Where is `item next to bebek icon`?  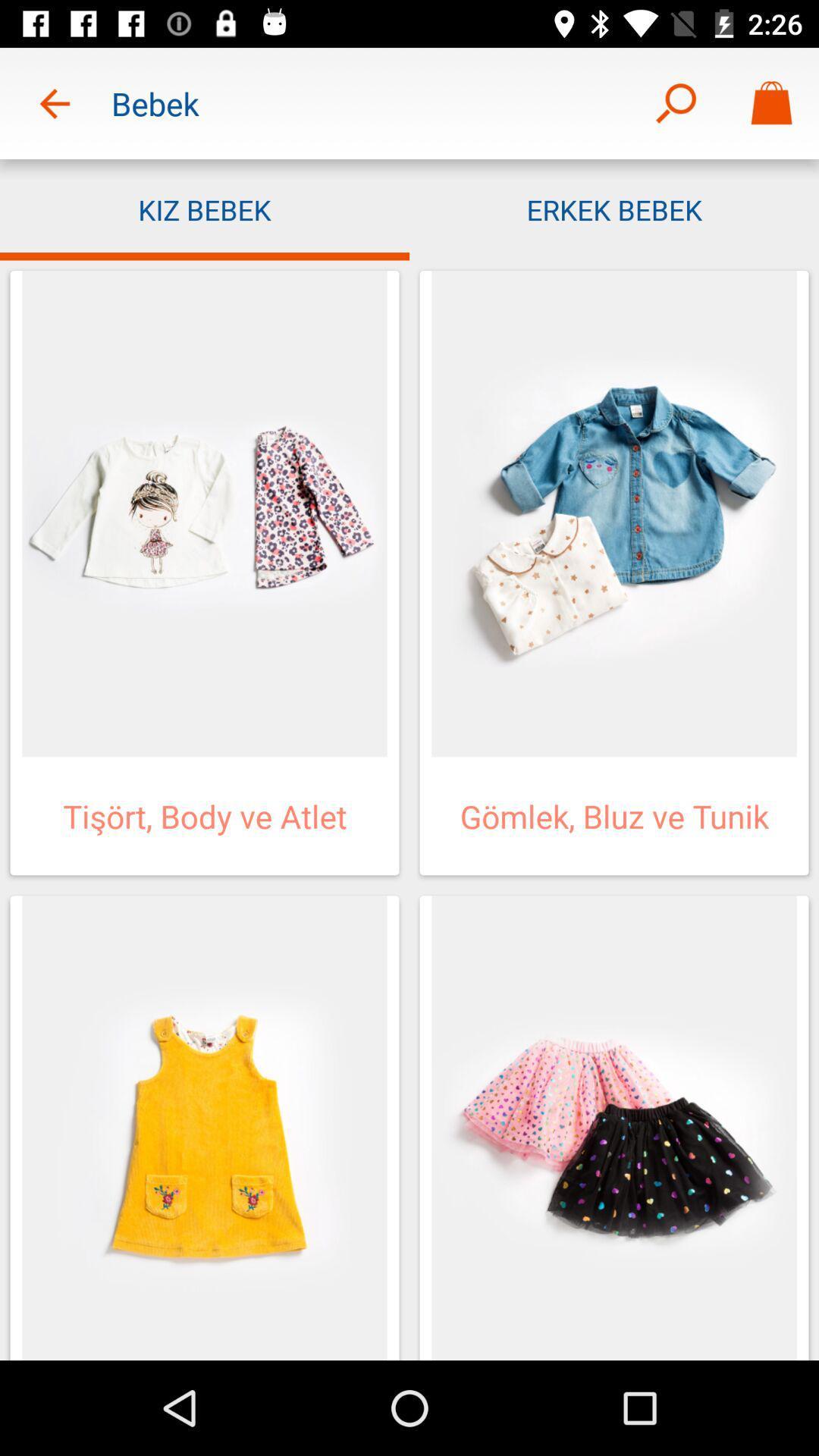
item next to bebek icon is located at coordinates (55, 102).